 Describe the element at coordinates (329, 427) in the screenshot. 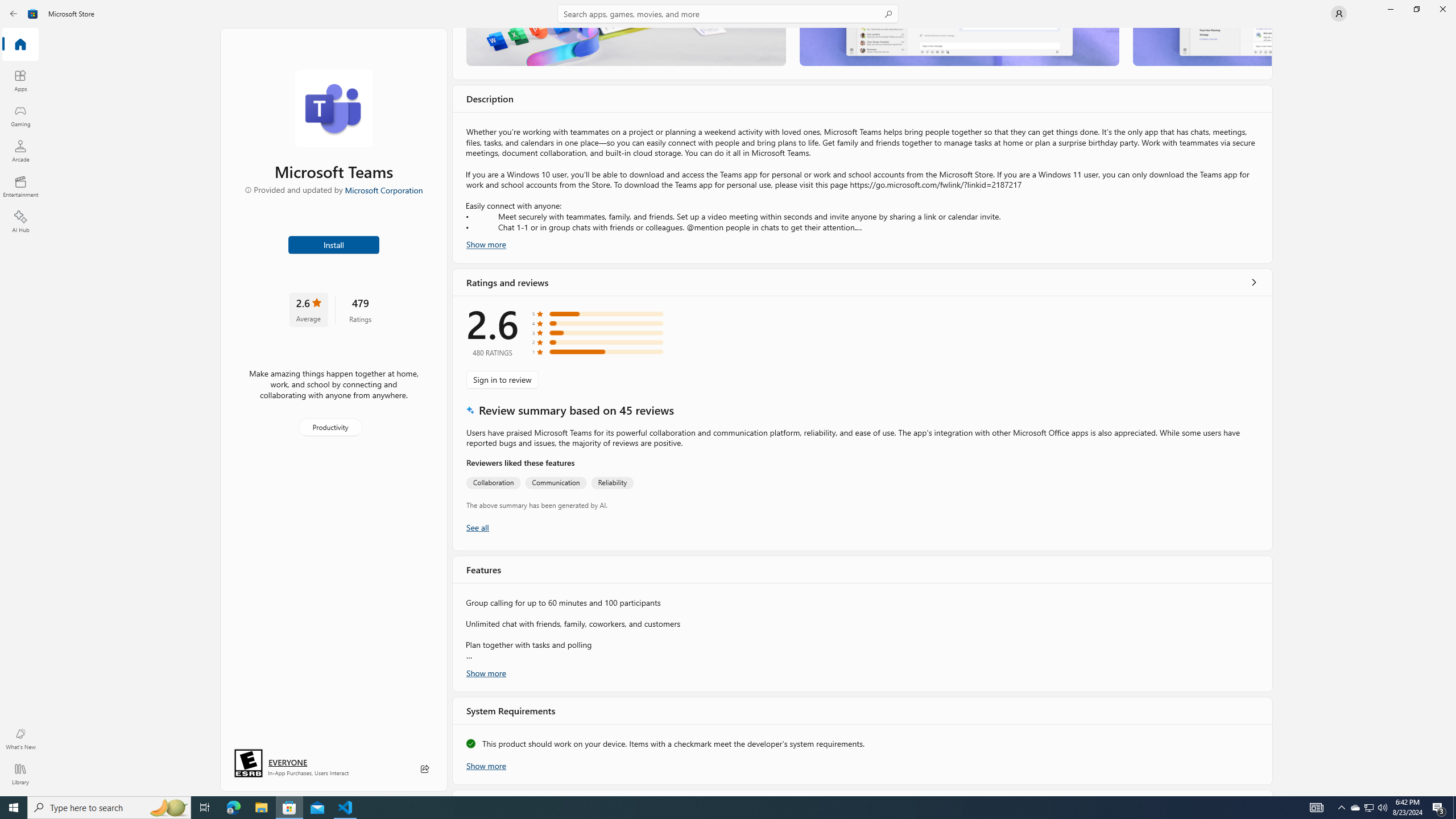

I see `'Productivity'` at that location.